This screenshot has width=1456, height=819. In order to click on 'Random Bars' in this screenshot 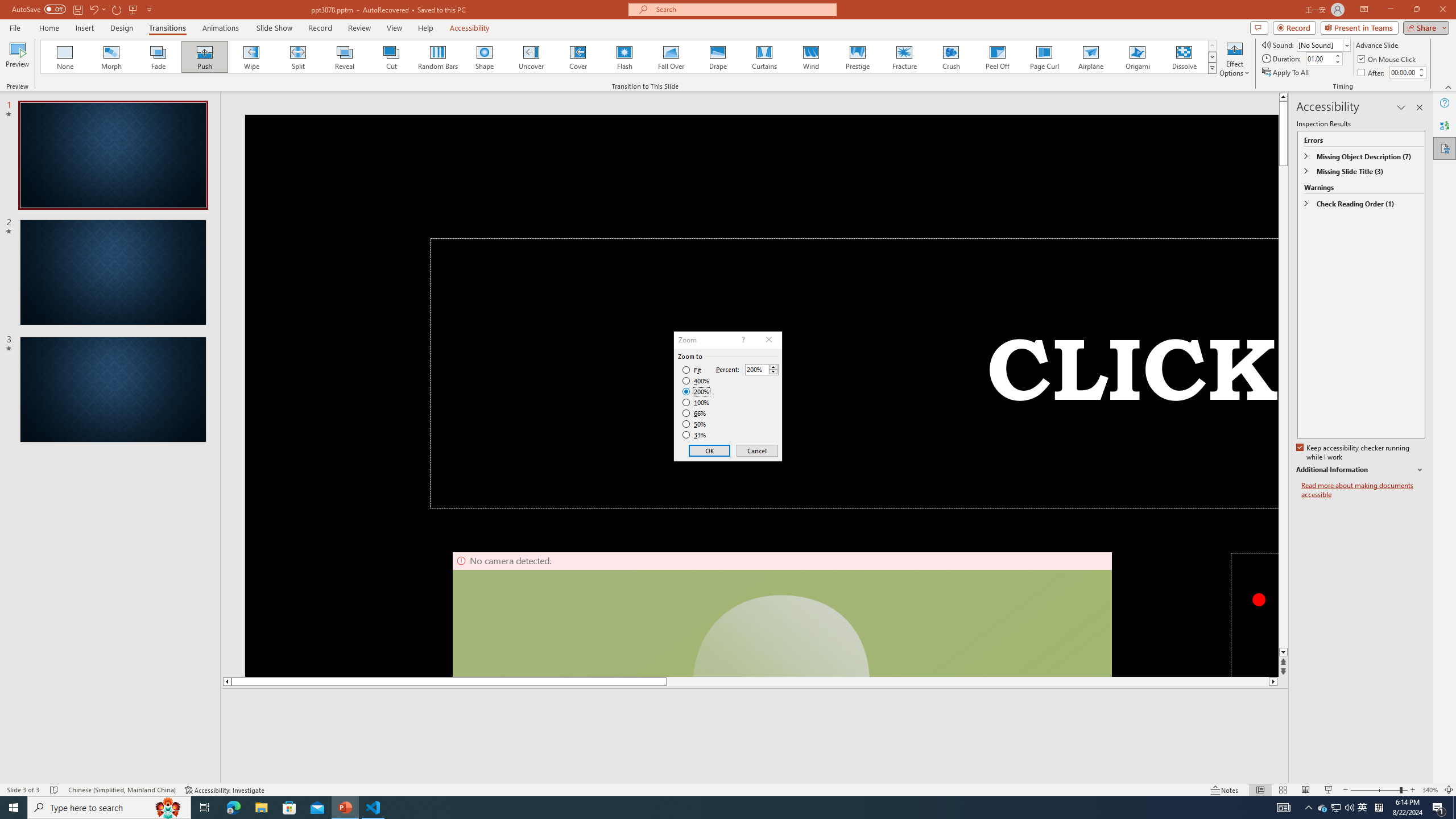, I will do `click(438, 56)`.